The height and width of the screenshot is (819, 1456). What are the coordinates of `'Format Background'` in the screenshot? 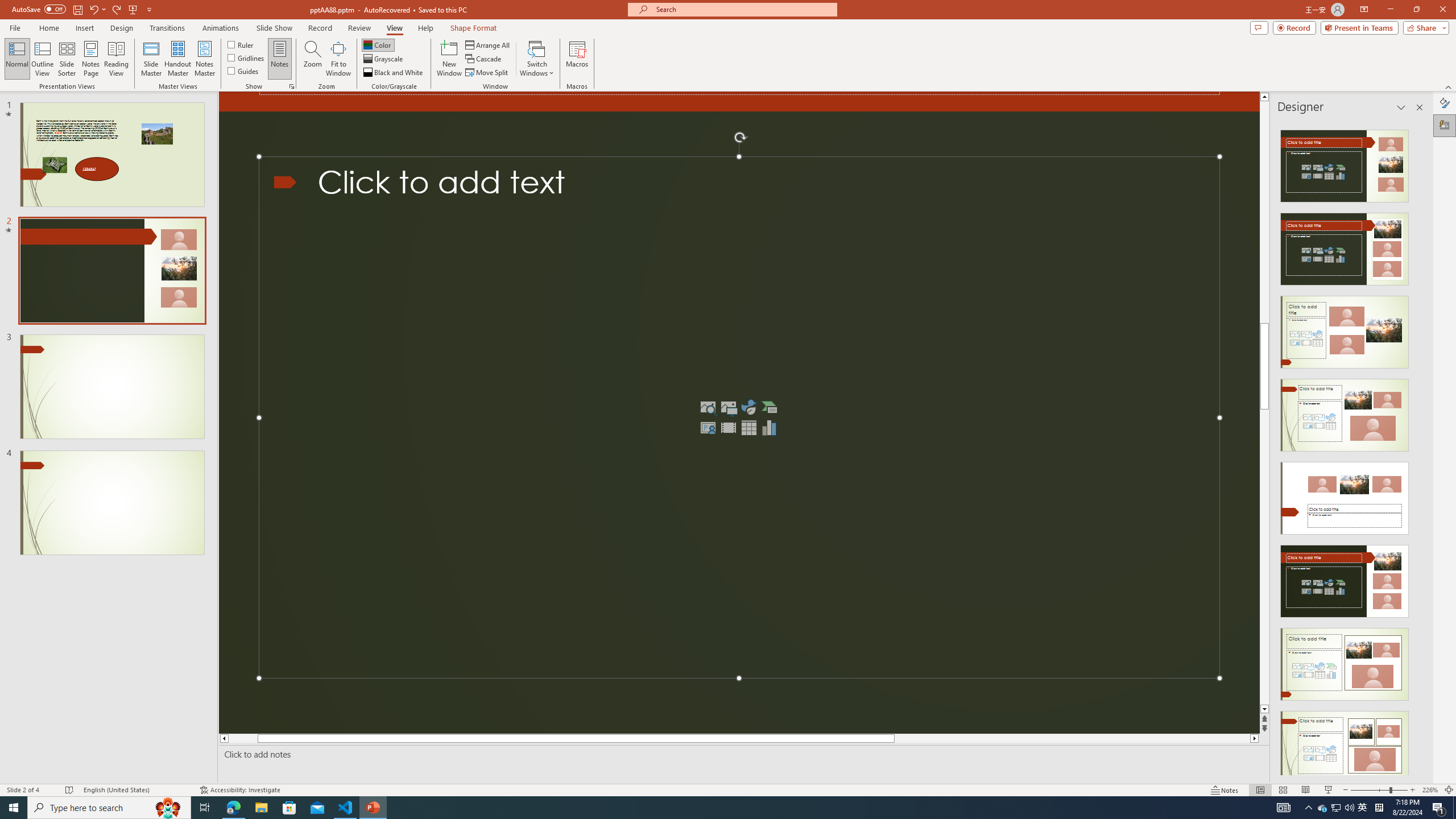 It's located at (1444, 102).